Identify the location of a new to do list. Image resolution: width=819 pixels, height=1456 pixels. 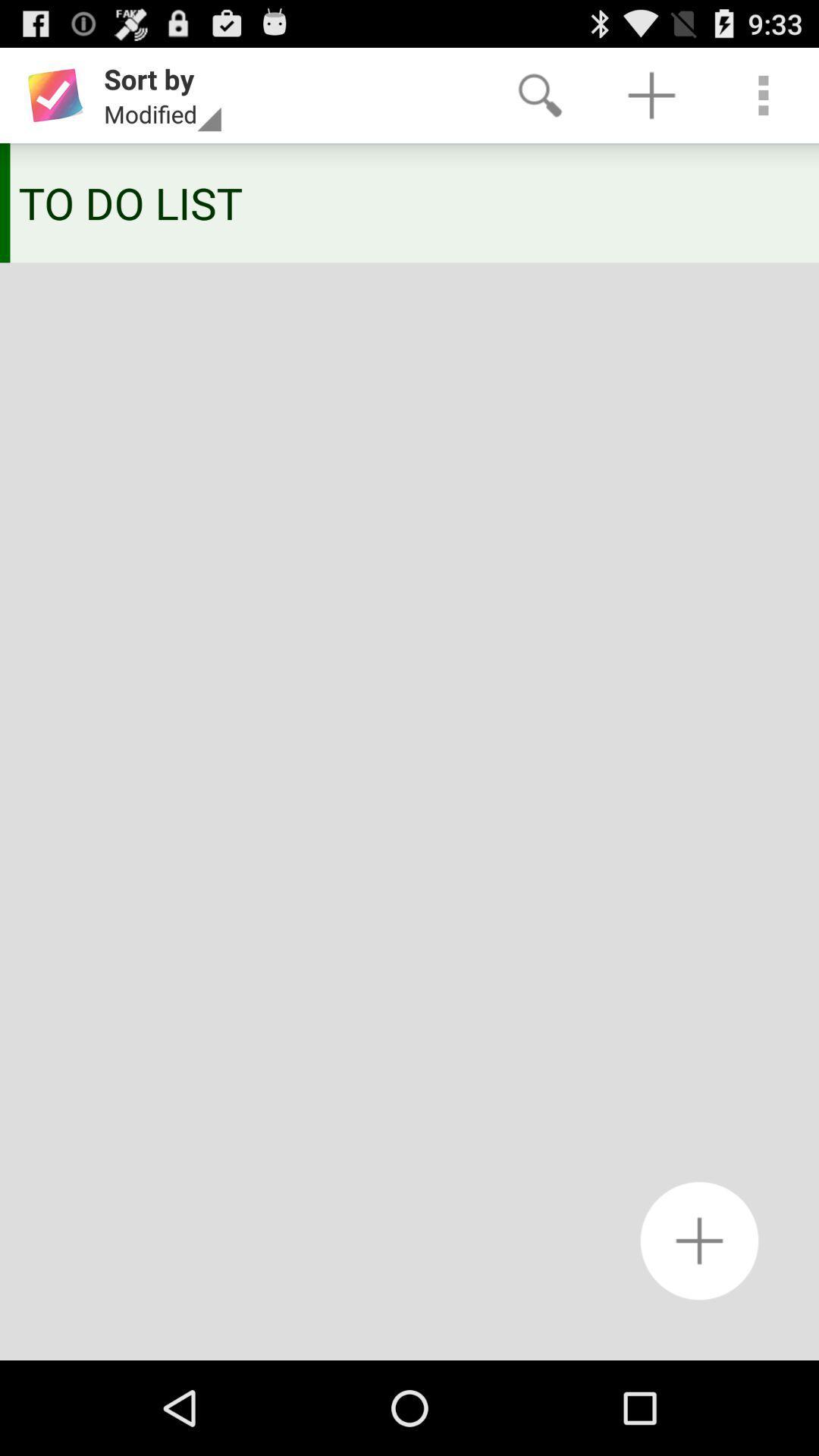
(699, 1241).